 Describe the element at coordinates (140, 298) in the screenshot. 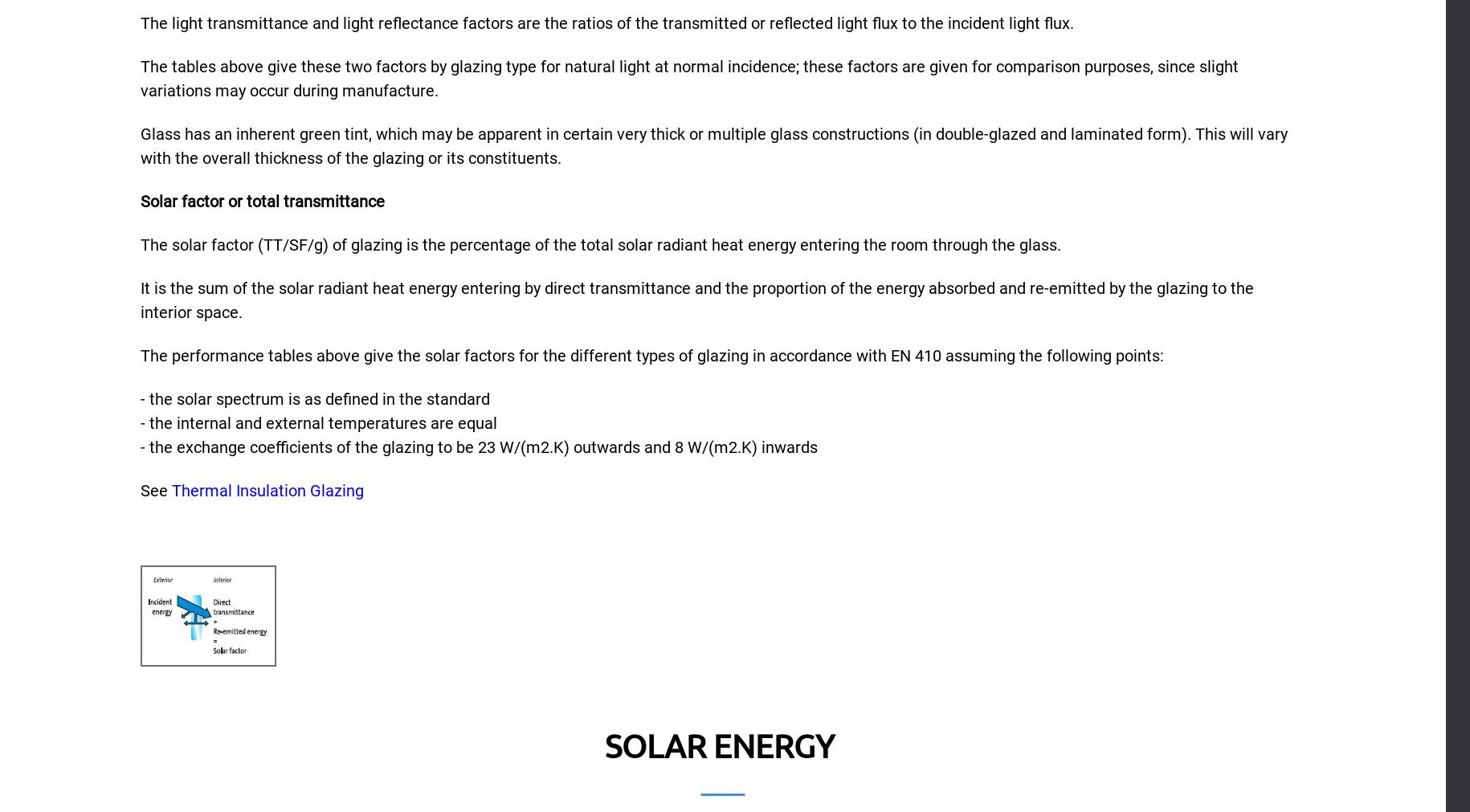

I see `'It is the sum of the solar radiant heat energy entering by direct transmittance and the proportion of the energy absorbed and re-emitted by the glazing to the interior space.'` at that location.